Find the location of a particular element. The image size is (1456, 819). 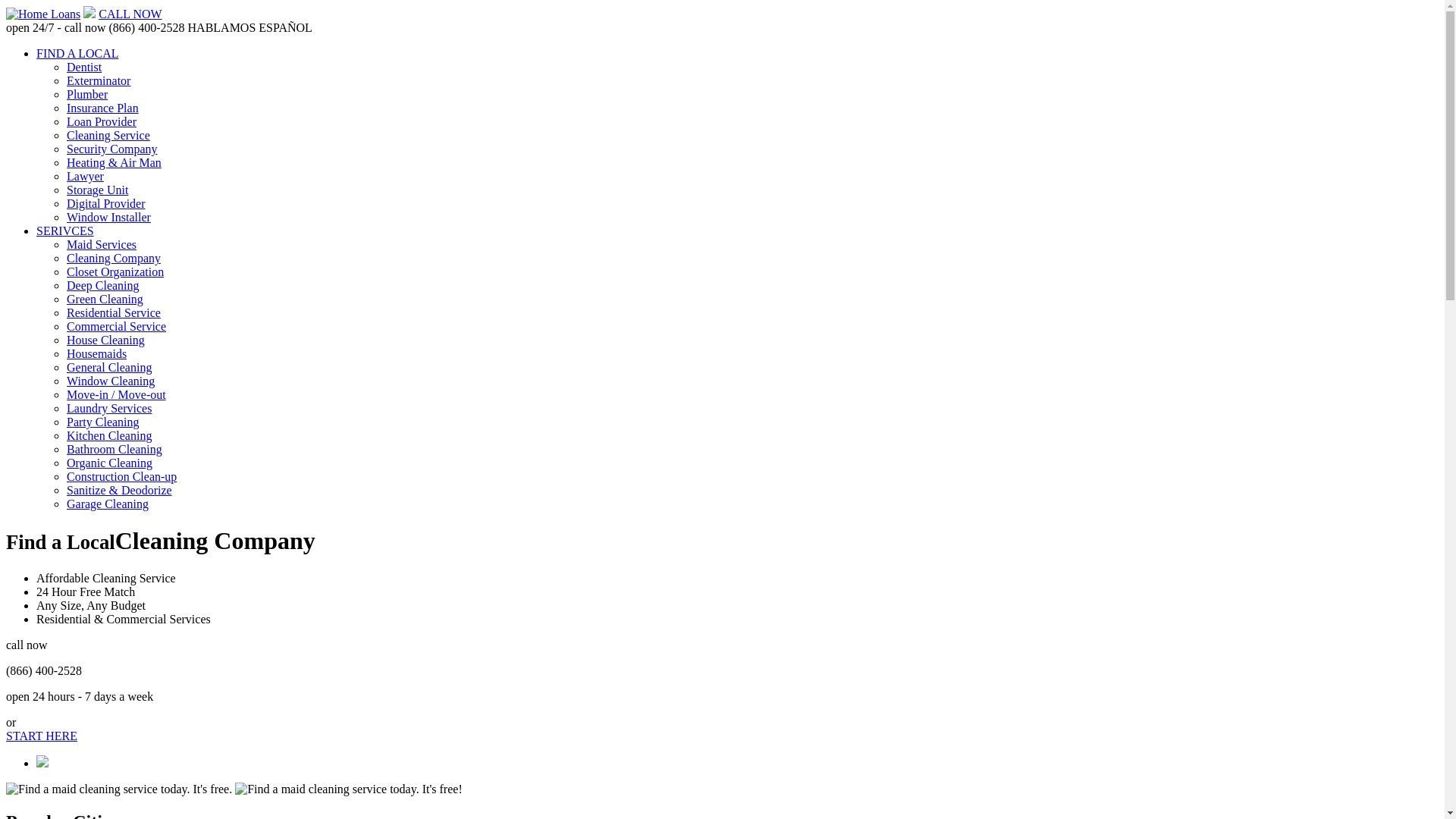

'Laundry Services' is located at coordinates (65, 407).